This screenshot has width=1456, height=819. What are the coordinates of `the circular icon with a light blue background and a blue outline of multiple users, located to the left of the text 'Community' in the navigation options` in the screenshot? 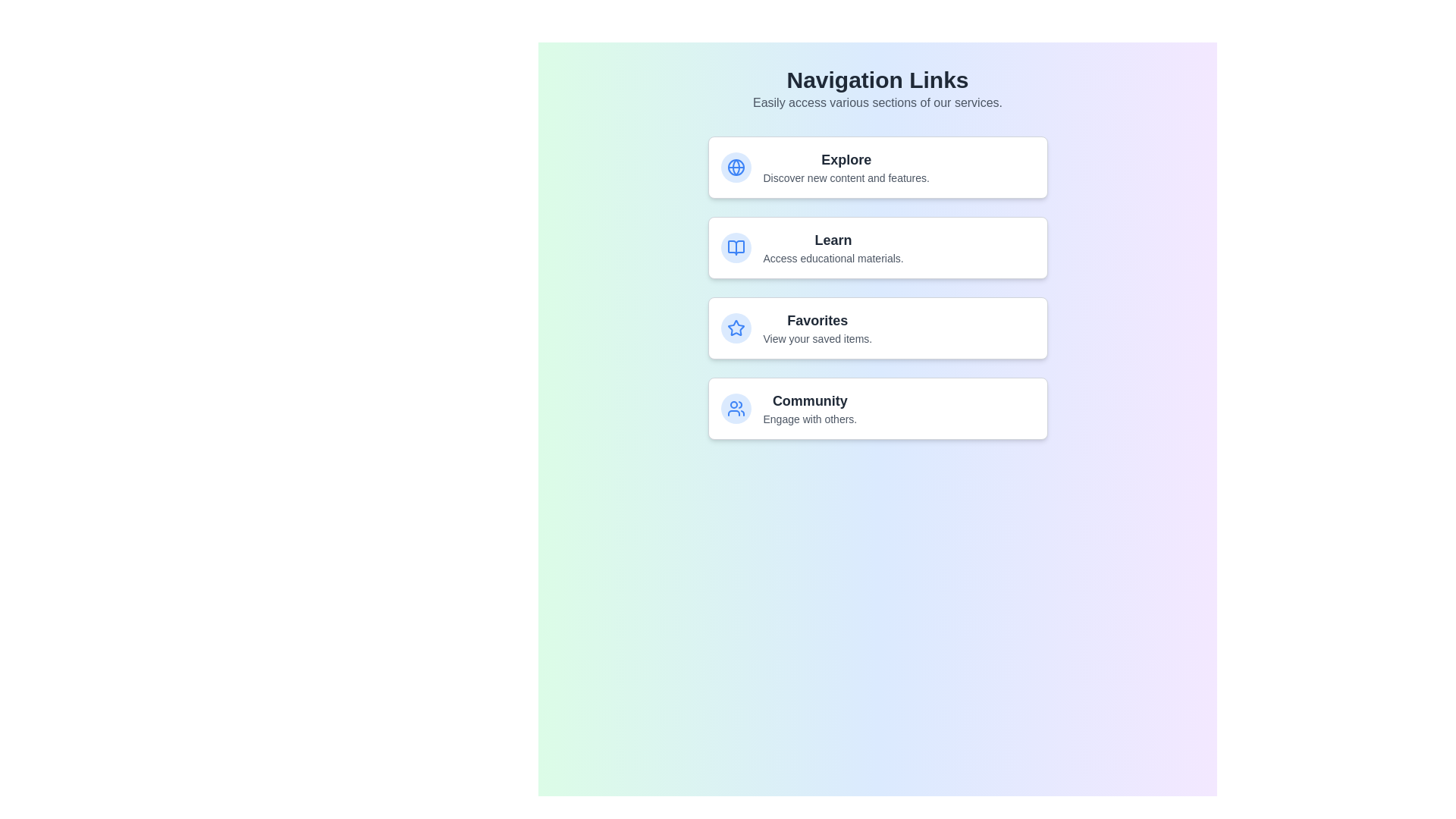 It's located at (736, 408).